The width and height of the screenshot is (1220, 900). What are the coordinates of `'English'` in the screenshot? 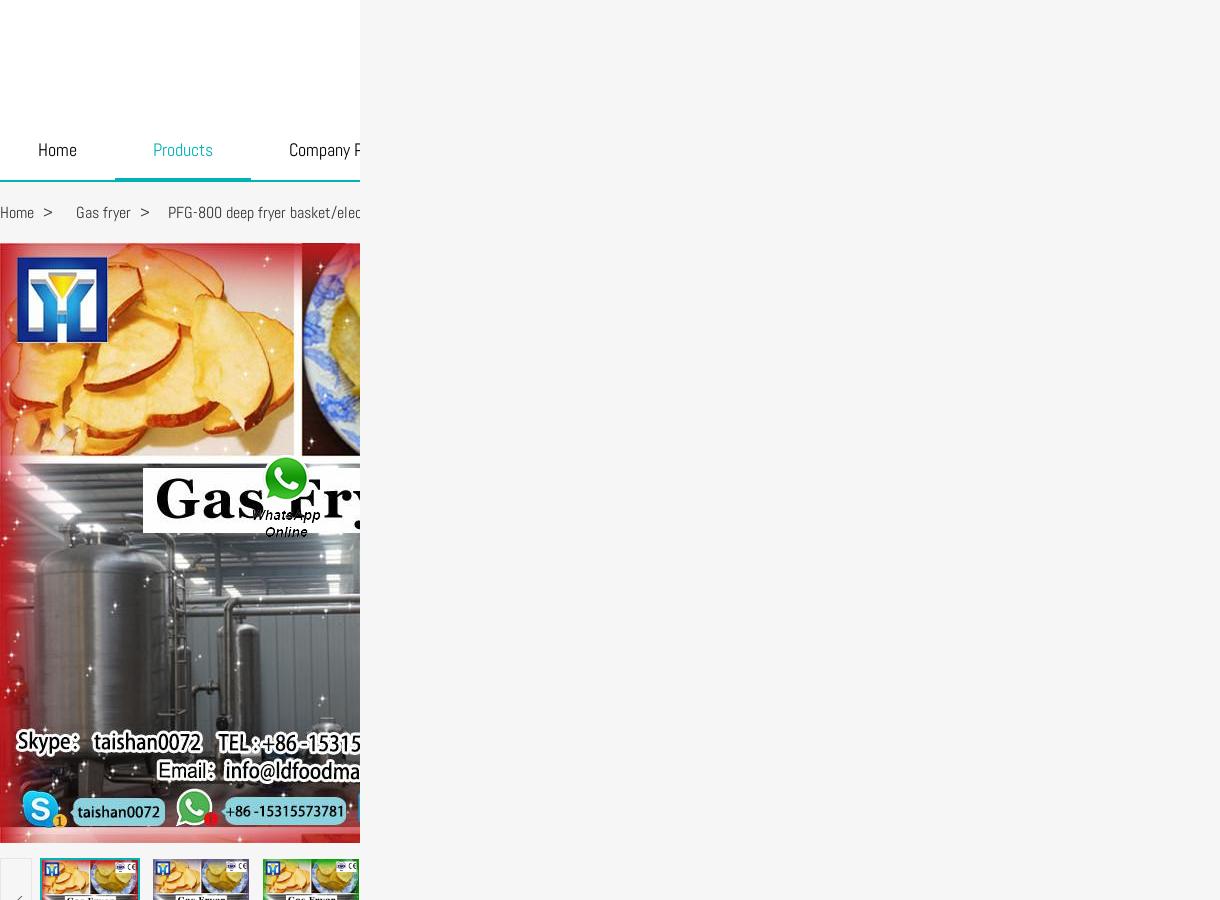 It's located at (1063, 28).